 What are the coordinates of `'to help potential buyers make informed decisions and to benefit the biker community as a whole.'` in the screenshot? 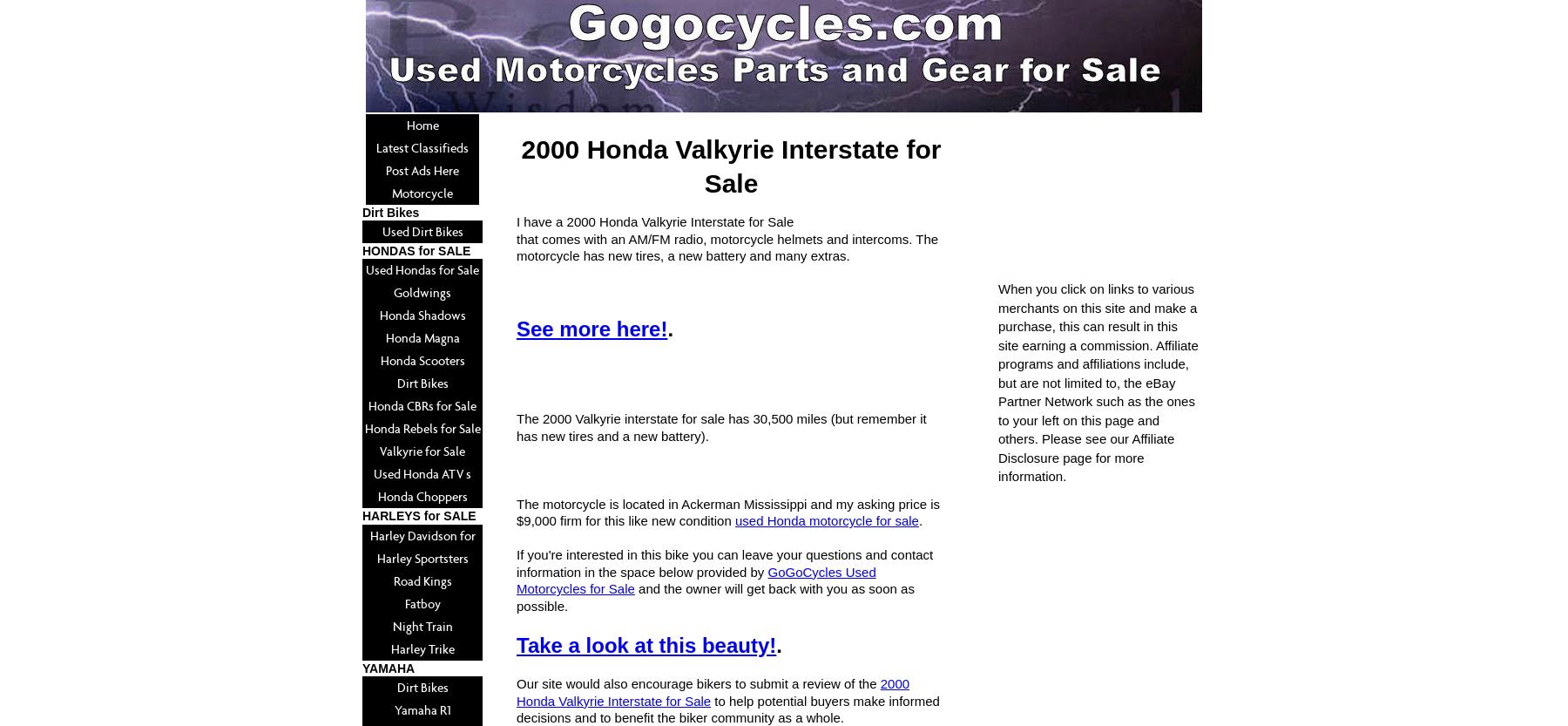 It's located at (727, 708).